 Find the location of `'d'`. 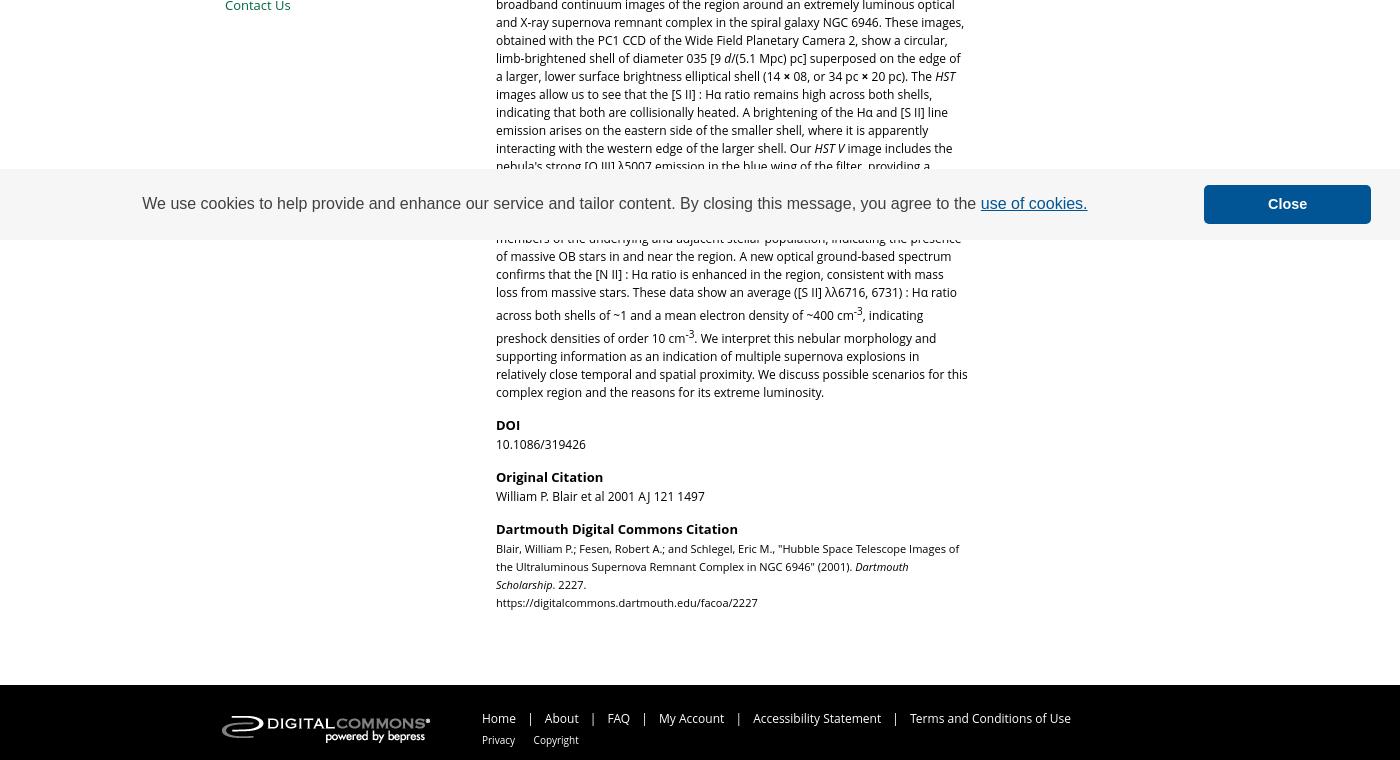

'd' is located at coordinates (723, 57).